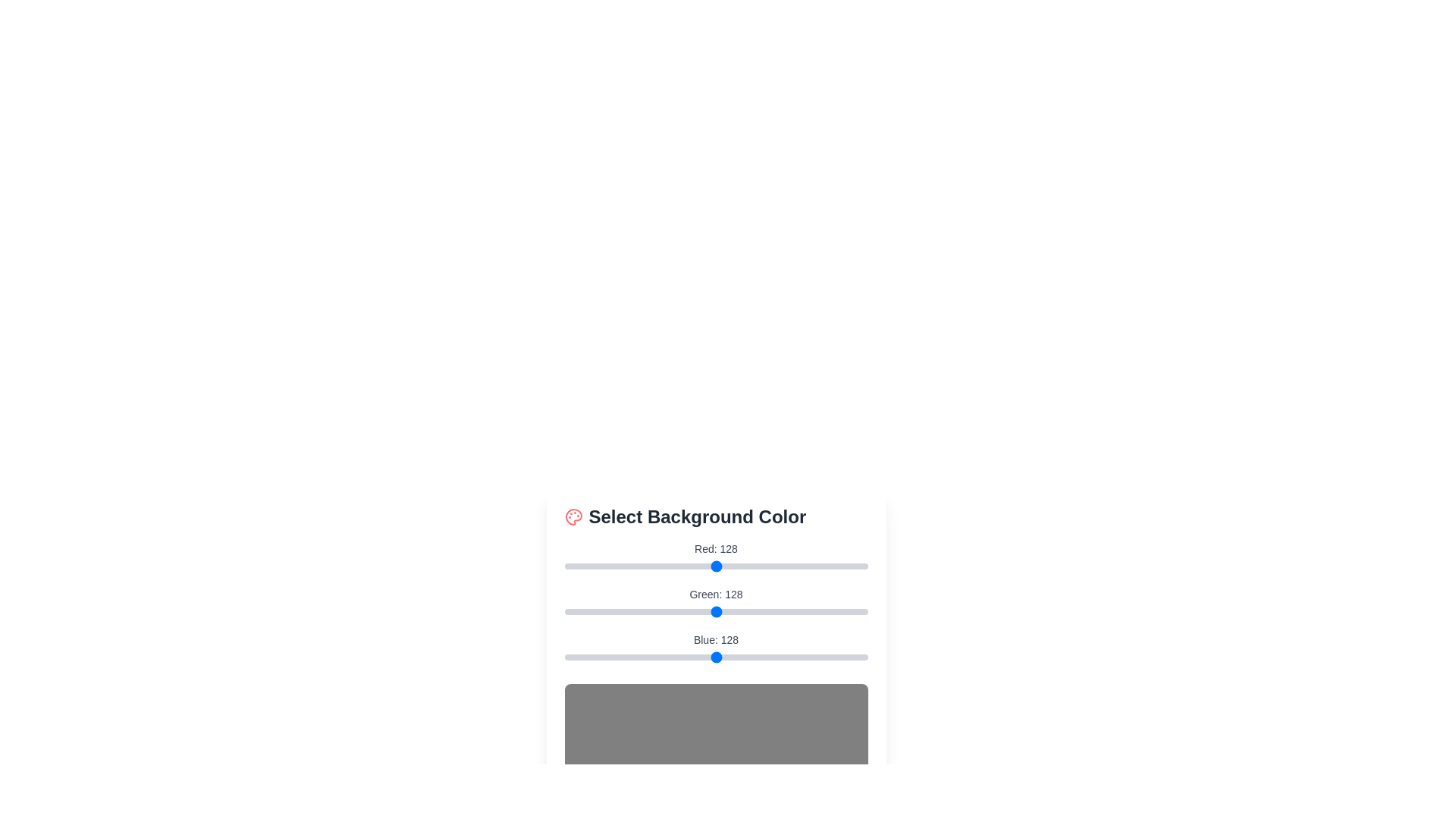  Describe the element at coordinates (794, 610) in the screenshot. I see `the green color slider to set the green component to 194` at that location.